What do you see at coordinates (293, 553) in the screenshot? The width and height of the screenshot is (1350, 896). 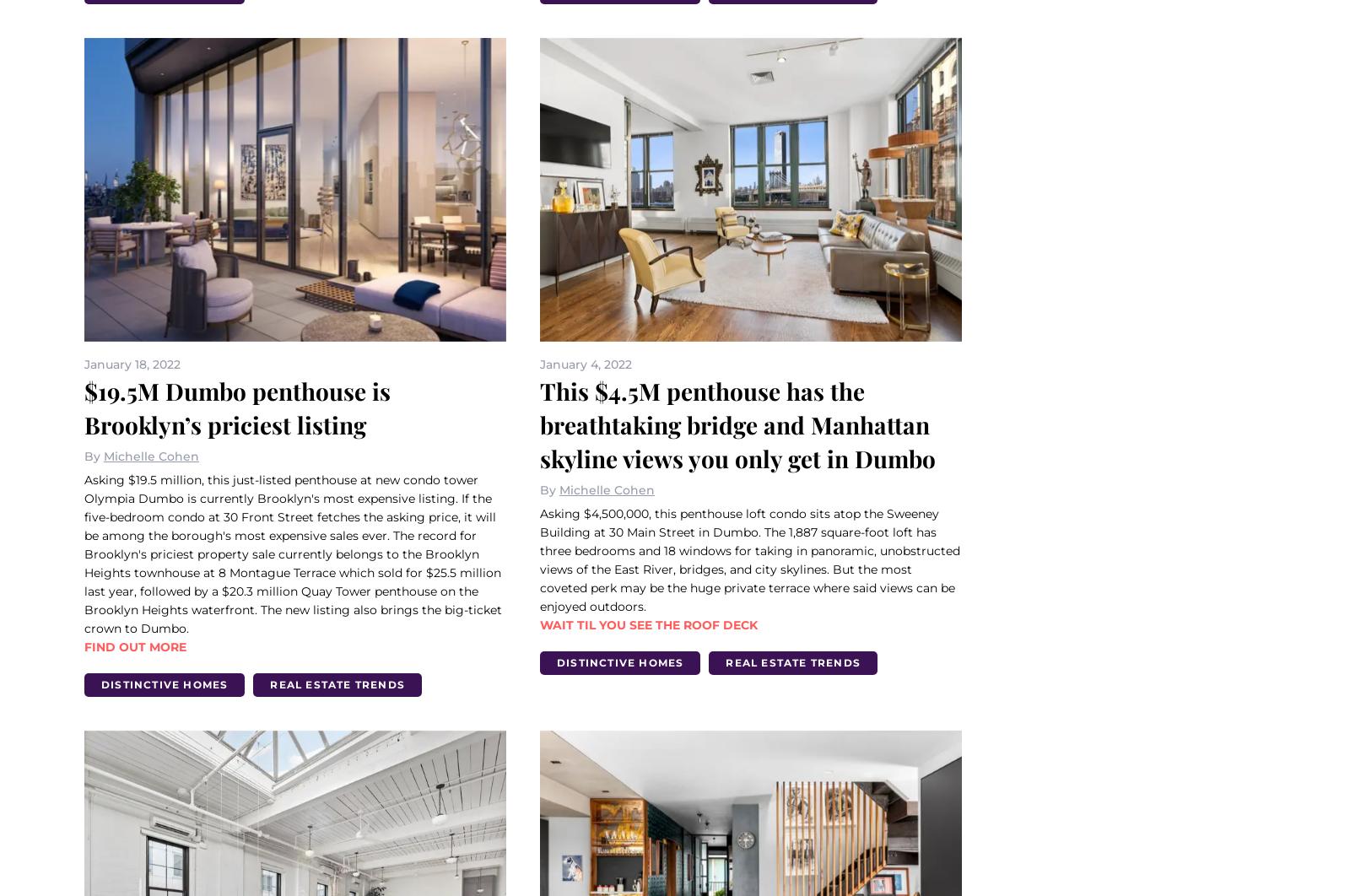 I see `'Asking $19.5 million, this just-listed penthouse at new condo tower Olympia Dumbo is currently Brooklyn's most expensive listing. If the five-bedroom condo at 30 Front Street fetches the asking price, it will be among the borough's most expensive sales ever. The record for Brooklyn's priciest property sale currently belongs to the Brooklyn Heights townhouse at 8 Montague Terrace which sold for $25.5 million last year, followed by a $20.3 million Quay Tower penthouse on the Brooklyn Heights waterfront. The new listing also brings the big-ticket crown to Dumbo.'` at bounding box center [293, 553].